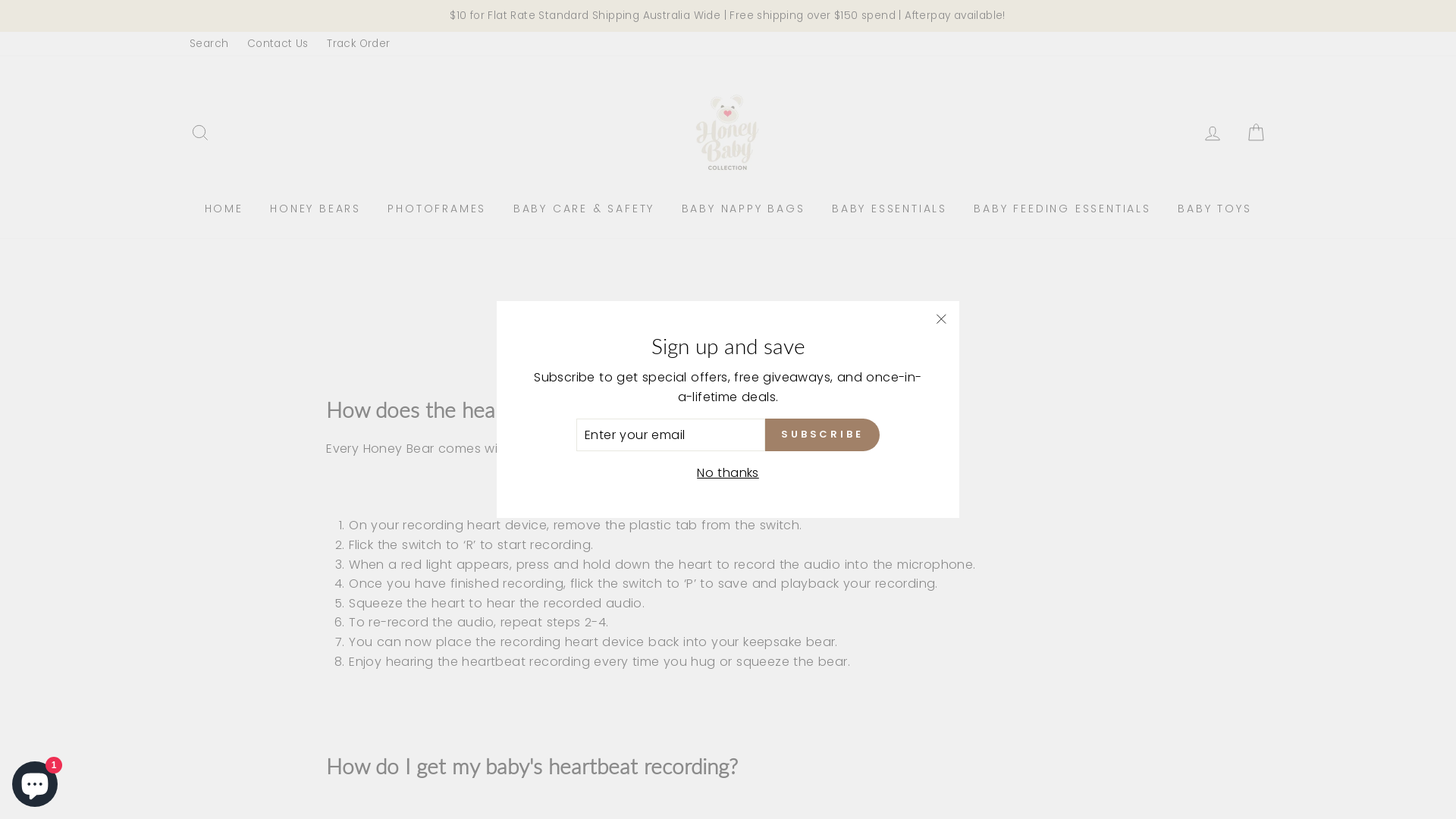 The height and width of the screenshot is (819, 1456). Describe the element at coordinates (199, 132) in the screenshot. I see `'SEARCH'` at that location.